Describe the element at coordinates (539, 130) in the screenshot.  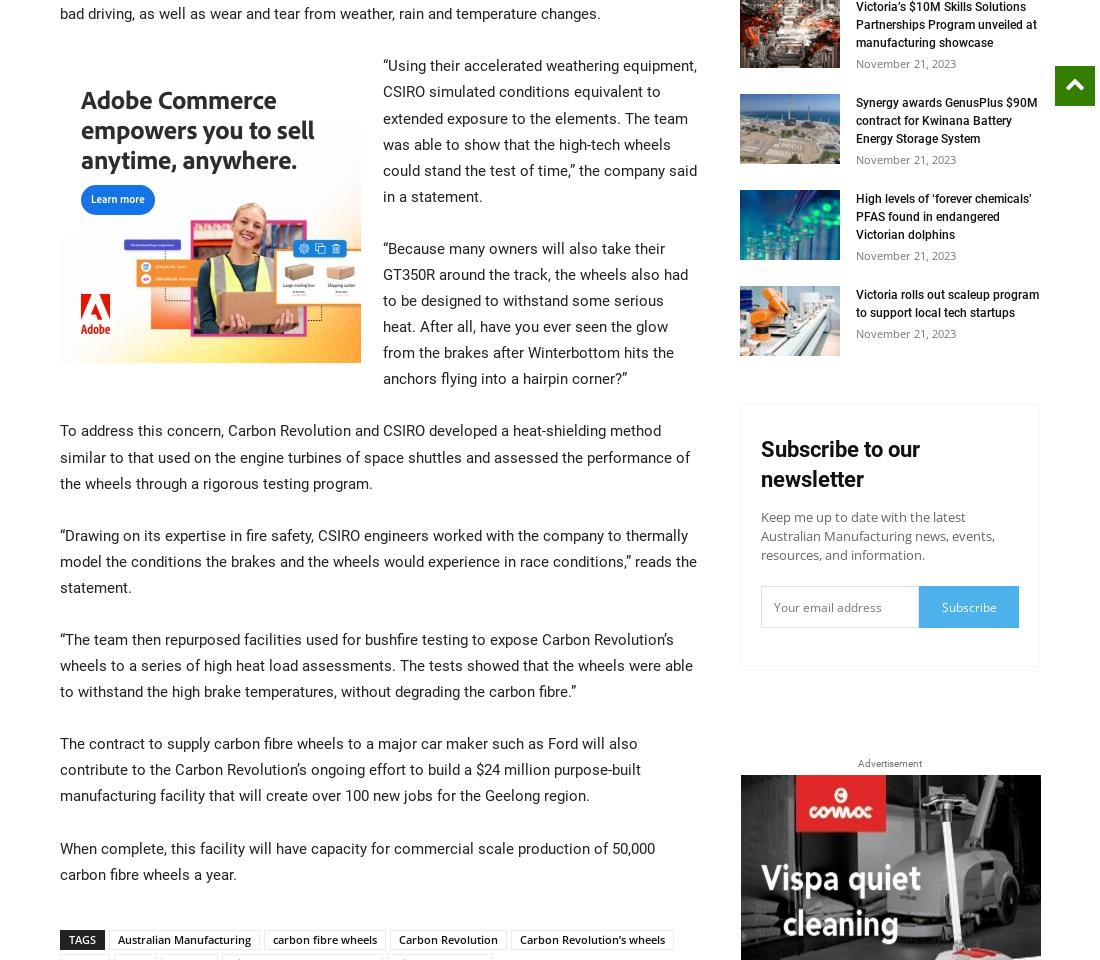
I see `'“Using their accelerated weathering equipment, CSIRO simulated conditions equivalent to extended exposure to the elements. The team was able to show that the high-tech wheels could stand the test of time,” the company said in a statement.'` at that location.